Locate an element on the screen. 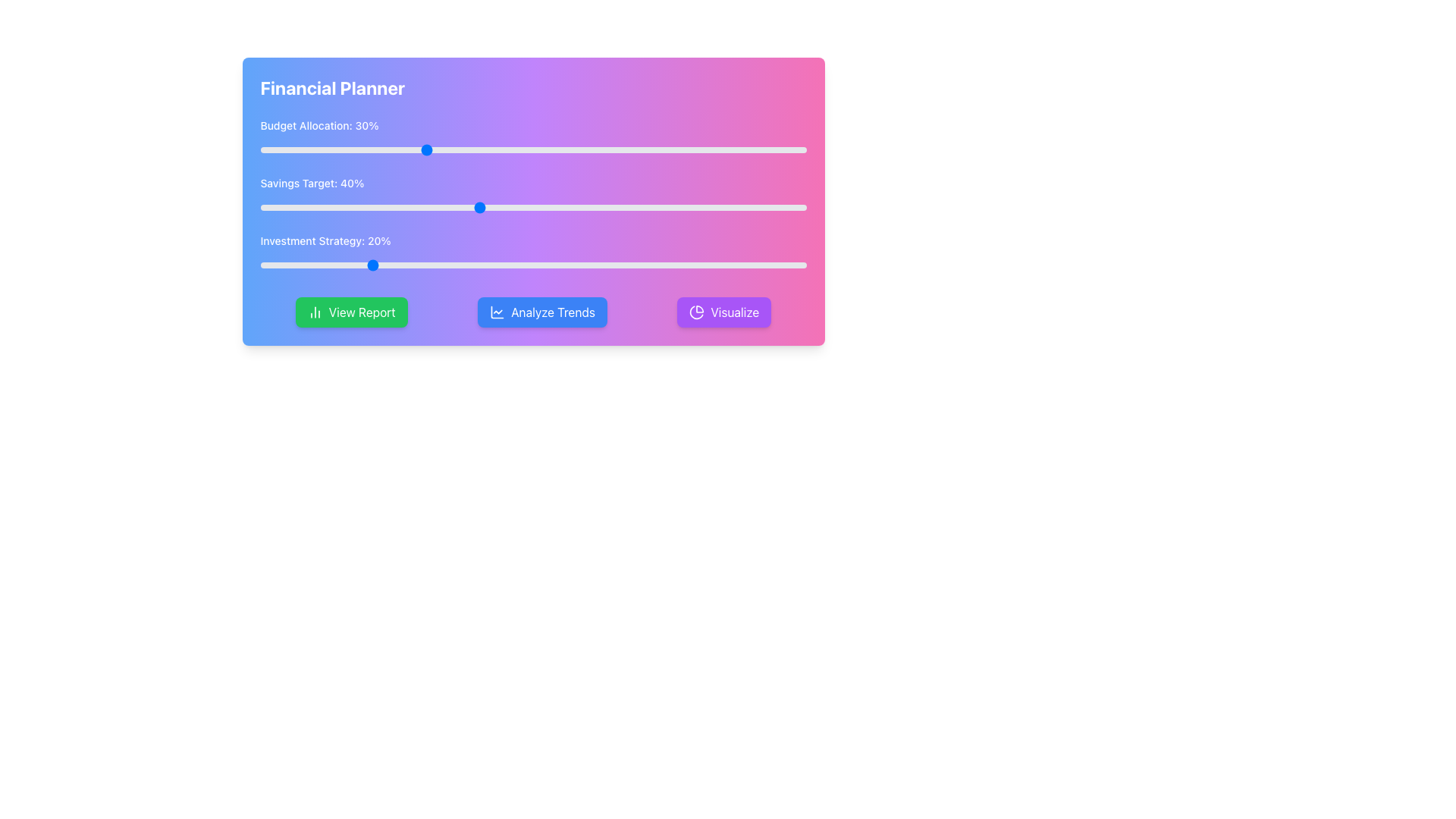  the budget allocation slider is located at coordinates (434, 149).